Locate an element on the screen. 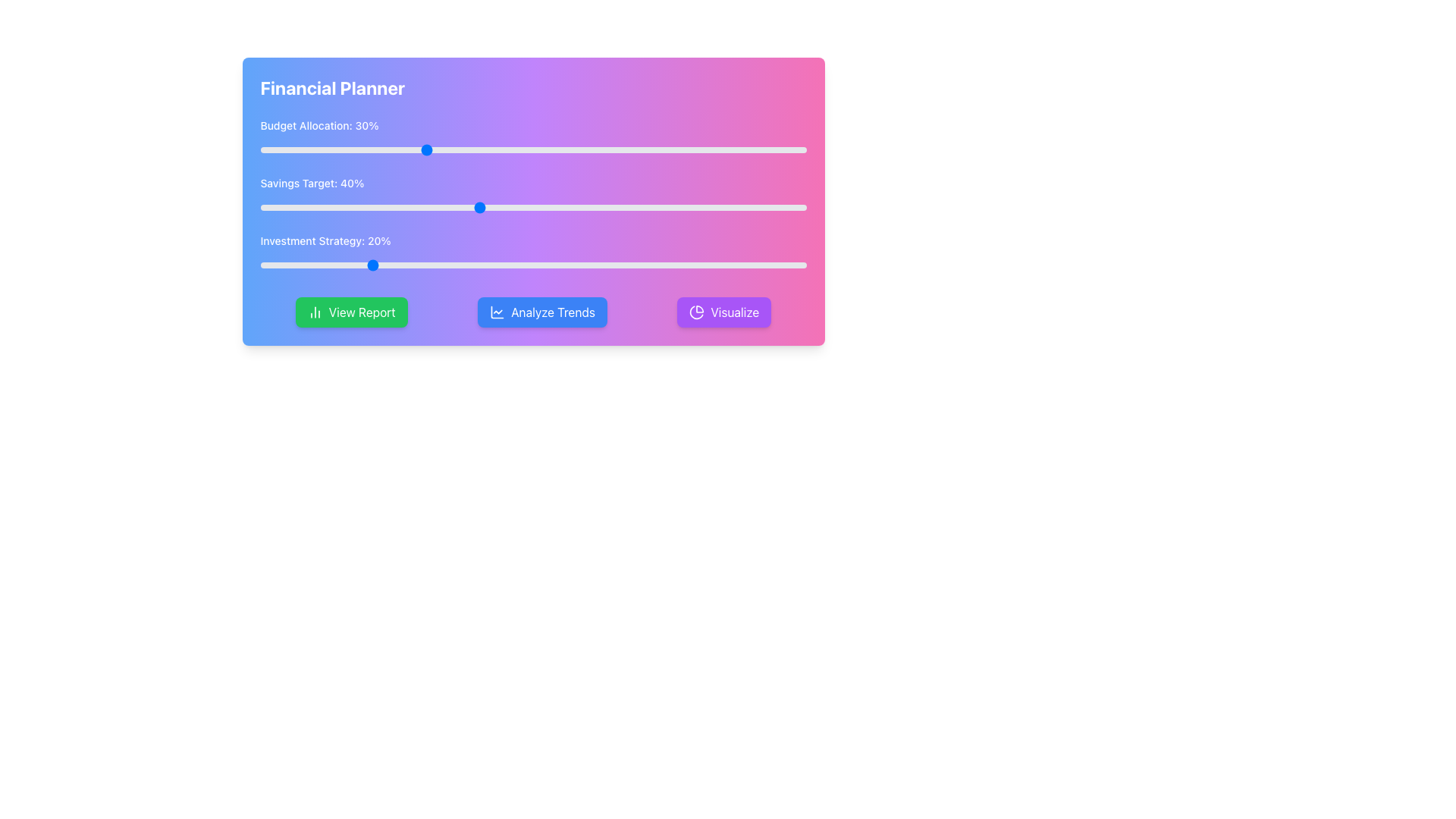  the budget allocation slider is located at coordinates (434, 149).